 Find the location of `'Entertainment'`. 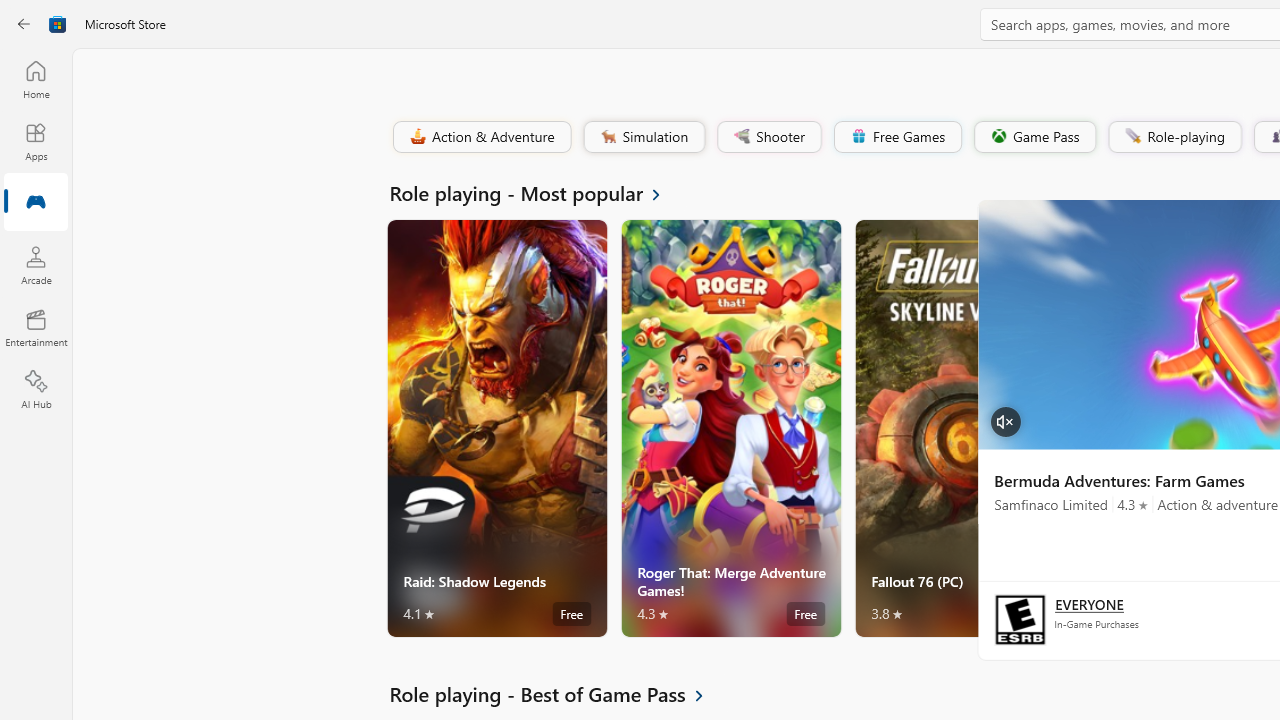

'Entertainment' is located at coordinates (35, 326).